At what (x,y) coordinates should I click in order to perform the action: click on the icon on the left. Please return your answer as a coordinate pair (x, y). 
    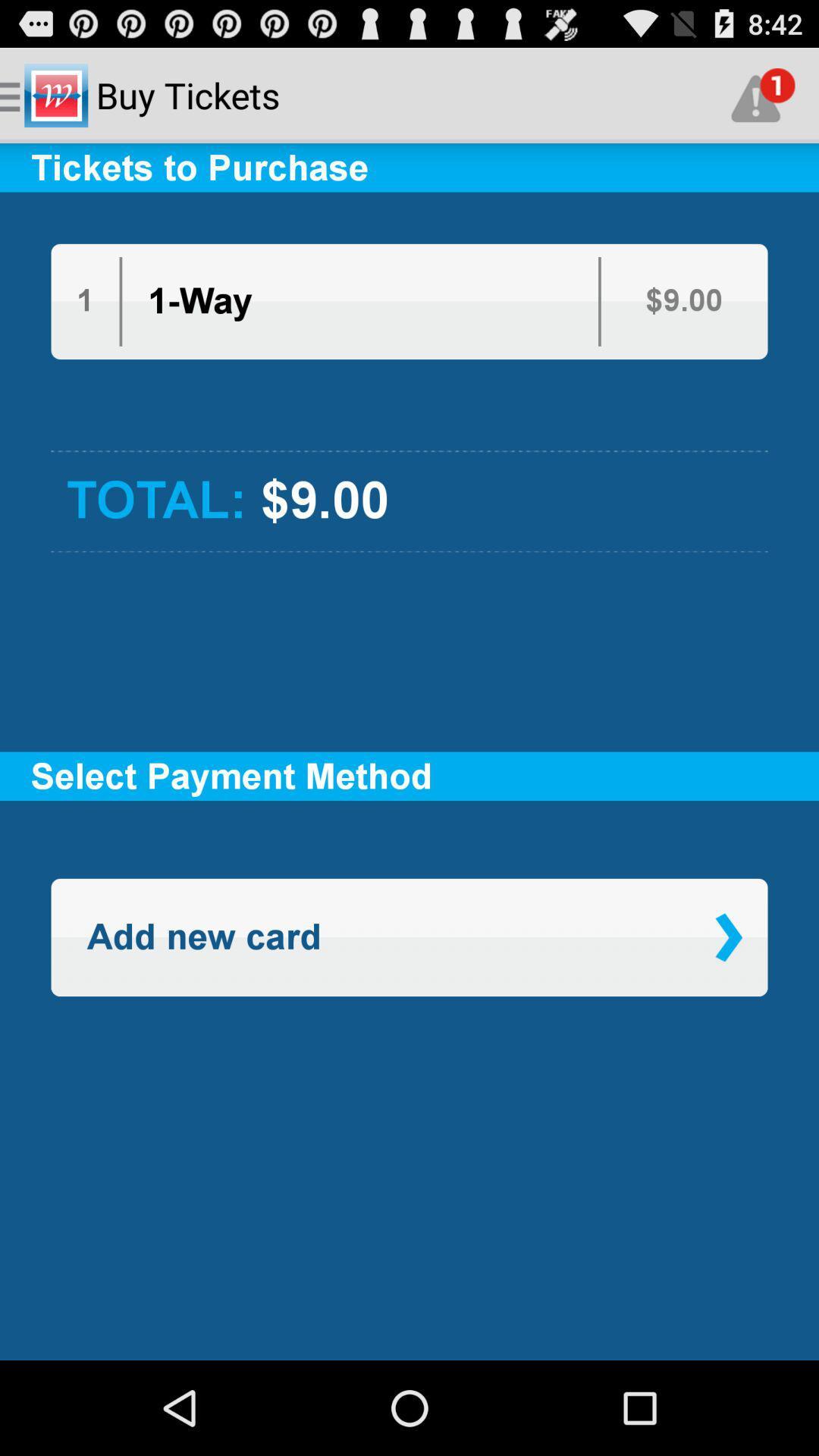
    Looking at the image, I should click on (203, 937).